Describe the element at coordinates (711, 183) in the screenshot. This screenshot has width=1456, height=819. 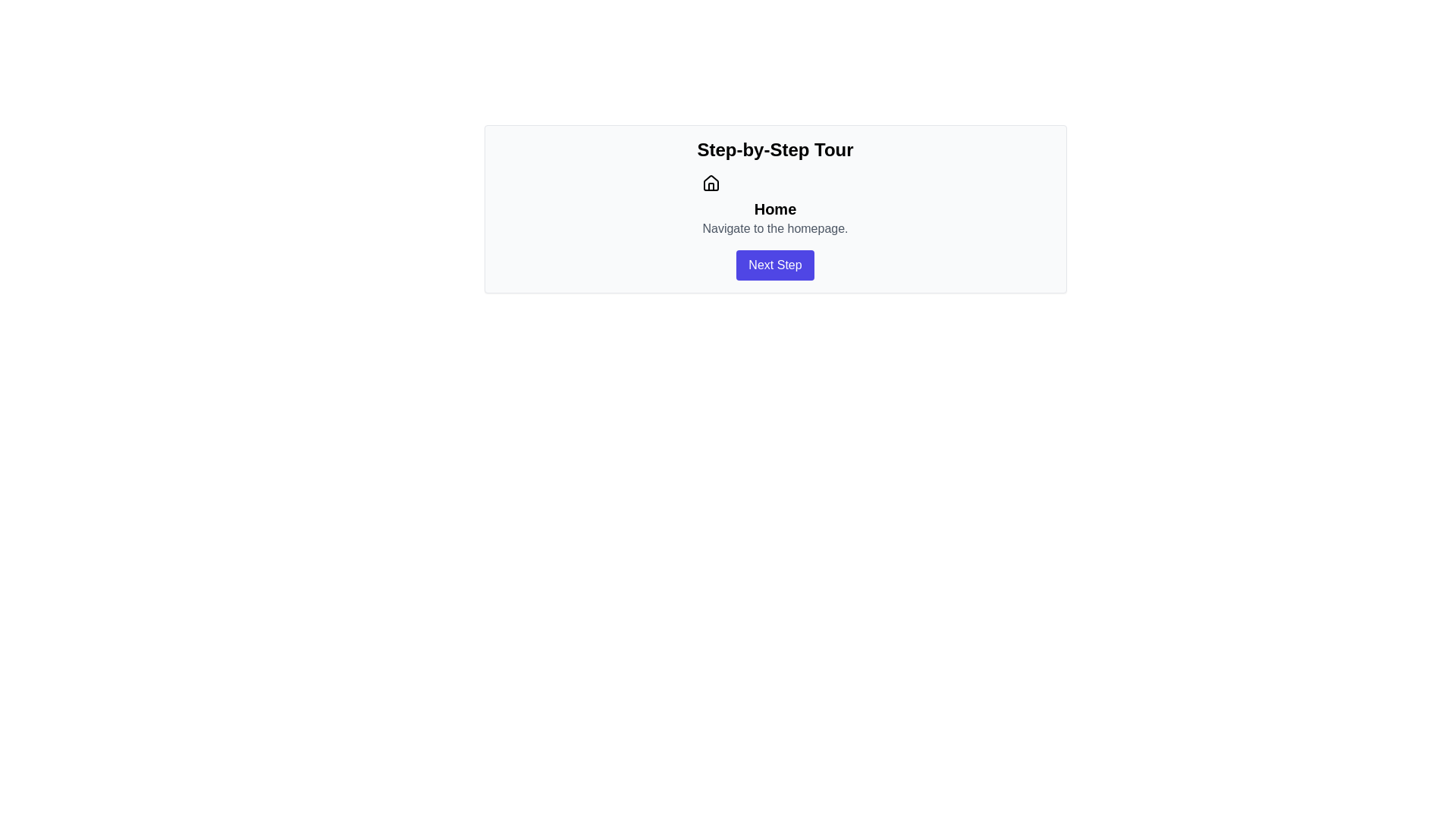
I see `the small, black, line-drawn house icon located at the top section of the card layout, above the text labeled 'Home' and 'Navigate to the homepage.'` at that location.